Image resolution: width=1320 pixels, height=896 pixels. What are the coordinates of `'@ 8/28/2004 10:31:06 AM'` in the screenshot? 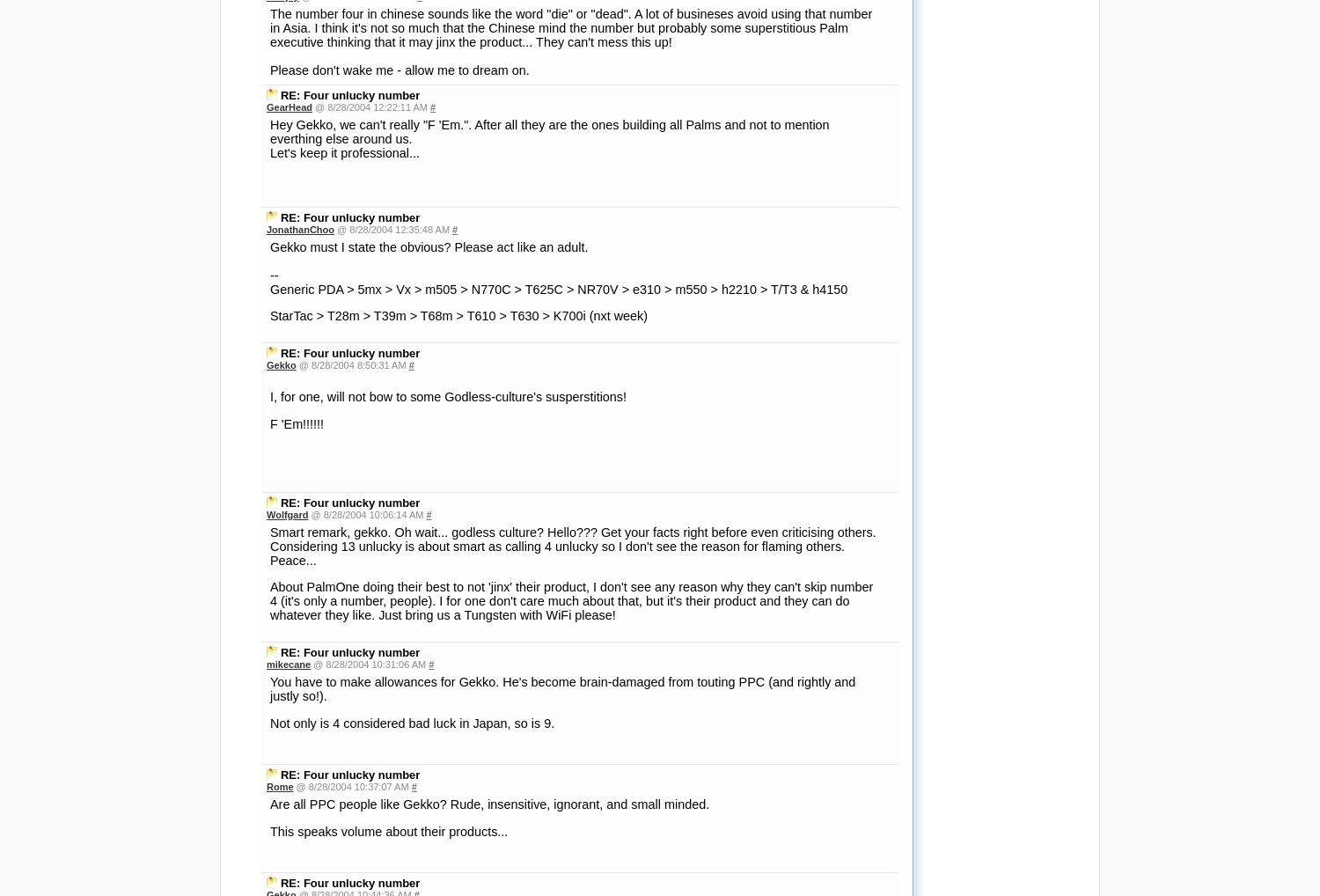 It's located at (370, 664).